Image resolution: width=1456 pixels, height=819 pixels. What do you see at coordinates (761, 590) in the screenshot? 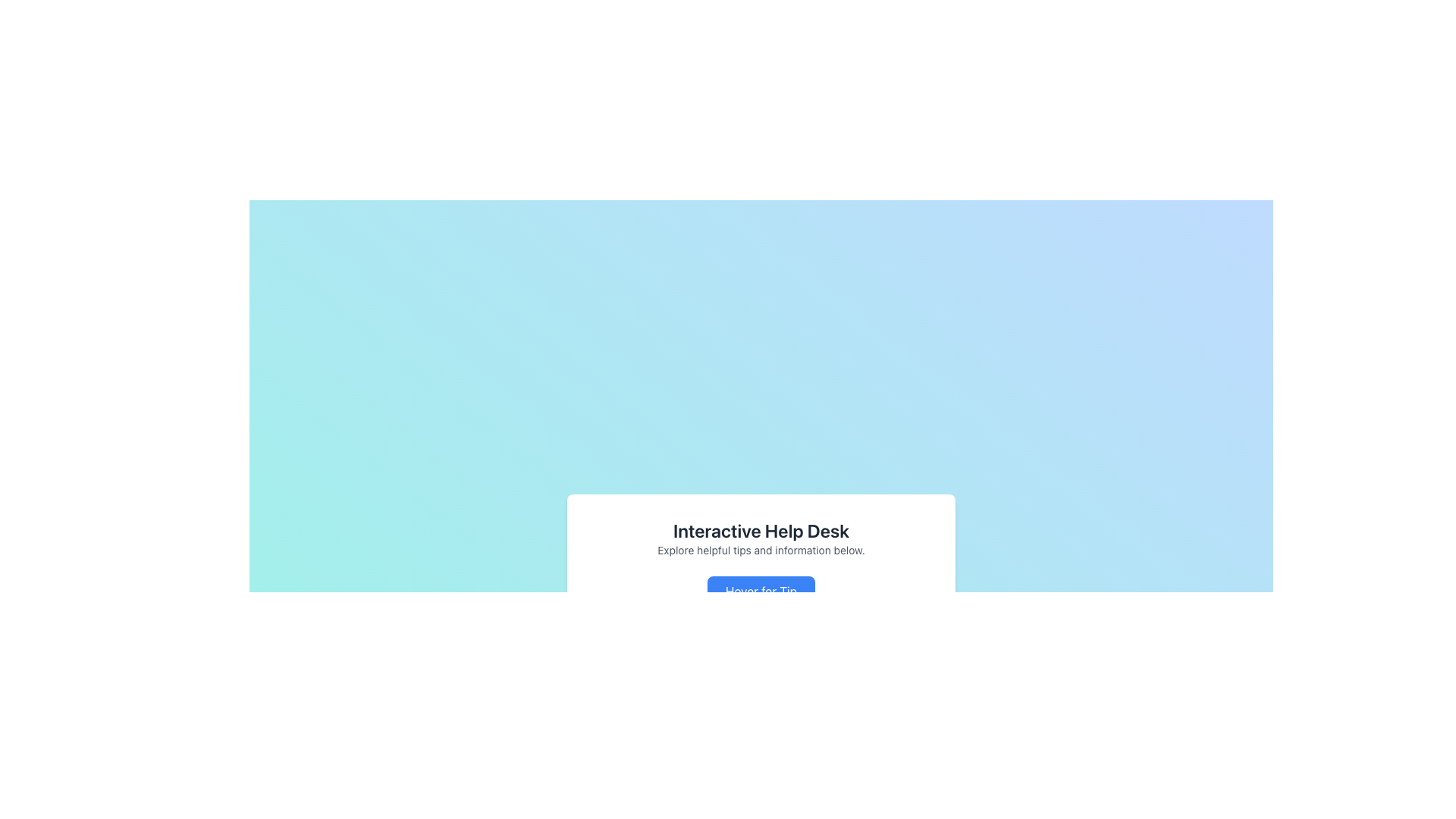
I see `the button located below the 'Interactive Help Desk' text and above the tooltip section to trigger a tooltip or visual change` at bounding box center [761, 590].